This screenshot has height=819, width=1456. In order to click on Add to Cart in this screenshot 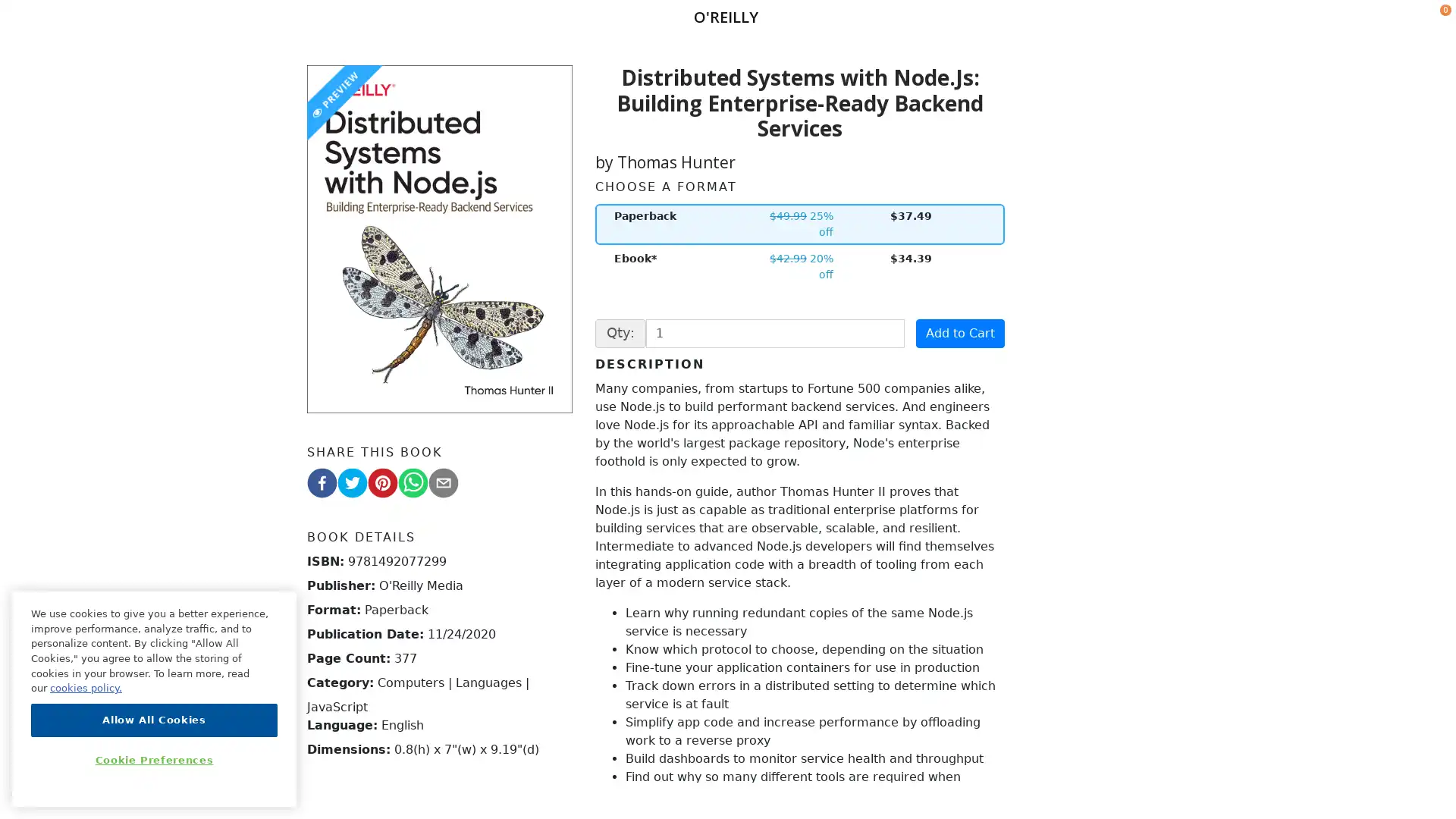, I will do `click(959, 332)`.